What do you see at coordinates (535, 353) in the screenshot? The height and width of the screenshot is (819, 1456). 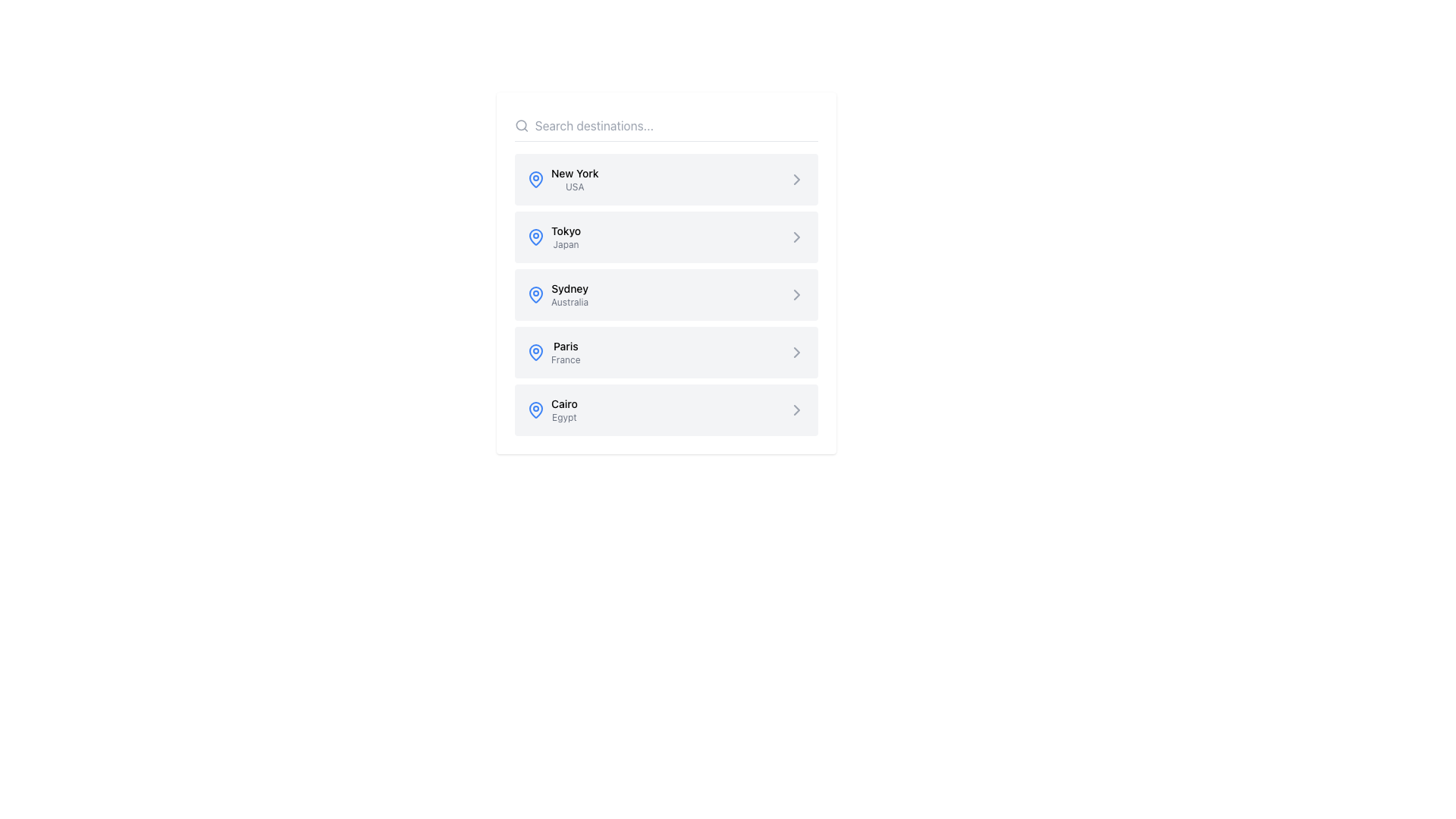 I see `the blue map pin icon located to the left of the 'Paris' text` at bounding box center [535, 353].